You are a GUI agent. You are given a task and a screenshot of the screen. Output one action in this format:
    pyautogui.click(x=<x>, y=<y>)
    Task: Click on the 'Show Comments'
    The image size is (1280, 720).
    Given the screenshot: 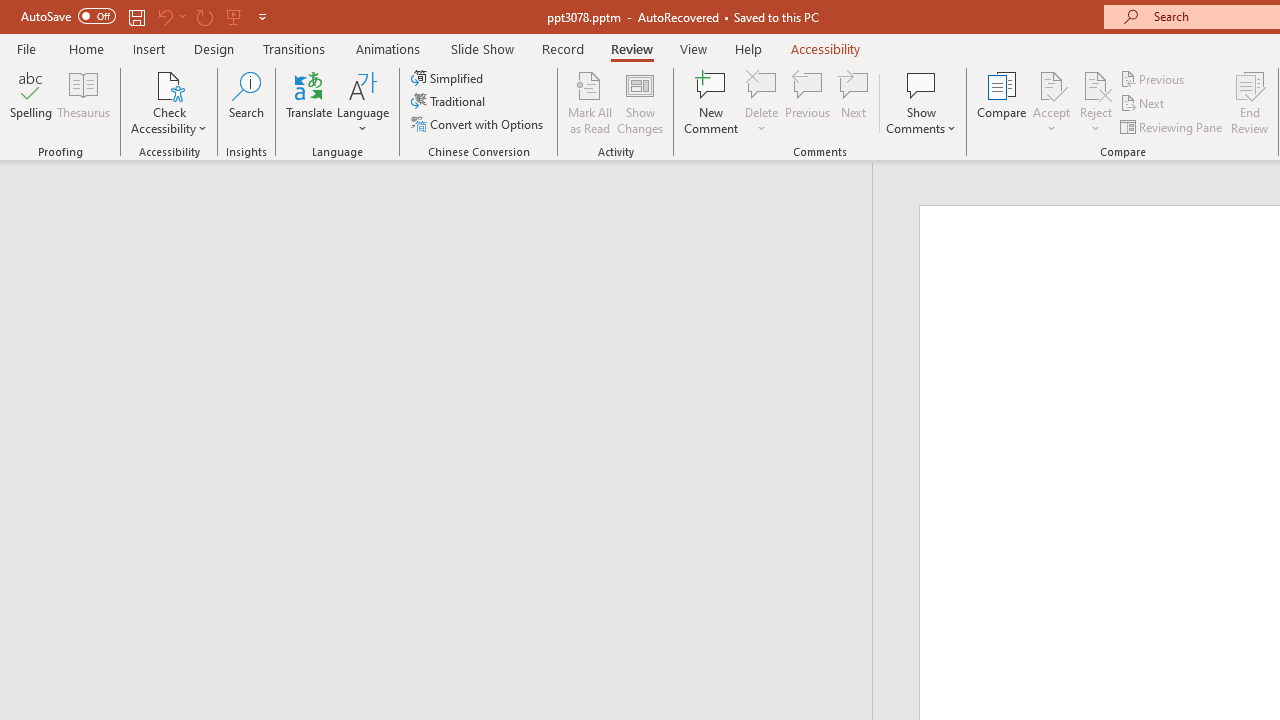 What is the action you would take?
    pyautogui.click(x=920, y=84)
    